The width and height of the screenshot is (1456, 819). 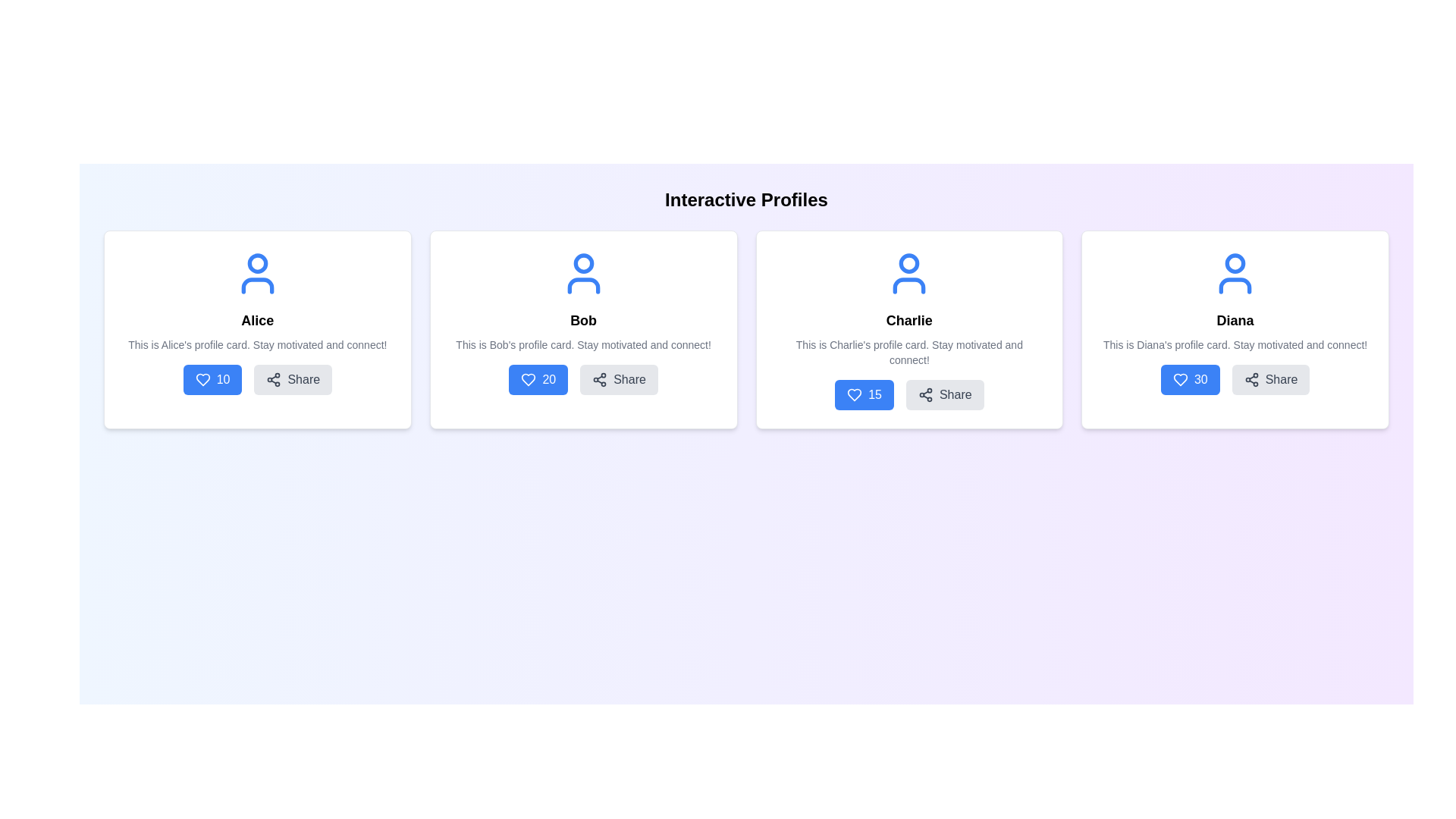 I want to click on the 'Share' button located in the lower section of Alice's profile card, so click(x=293, y=379).